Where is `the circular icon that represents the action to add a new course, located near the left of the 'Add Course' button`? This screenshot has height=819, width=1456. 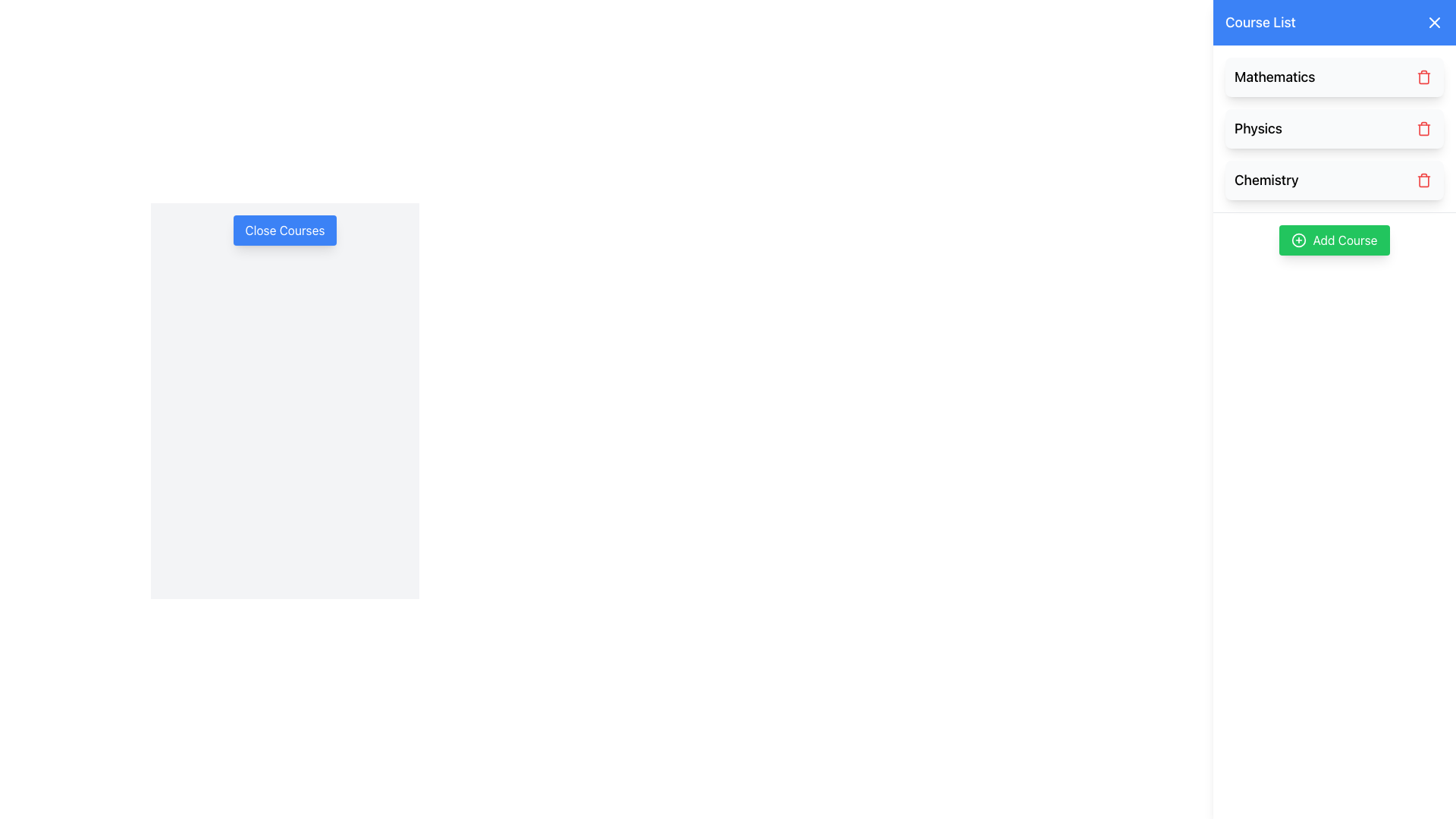 the circular icon that represents the action to add a new course, located near the left of the 'Add Course' button is located at coordinates (1298, 239).